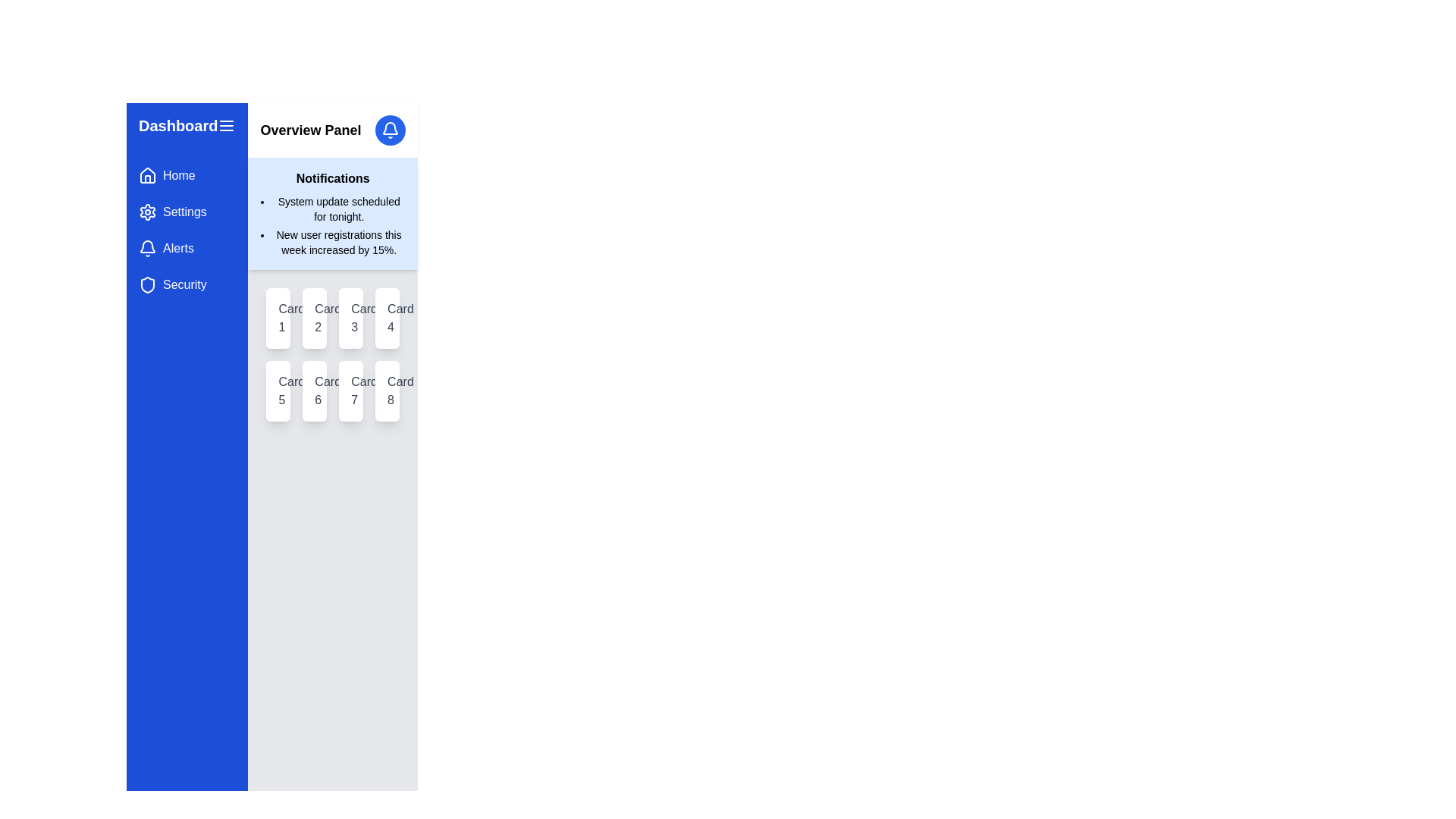 The height and width of the screenshot is (819, 1456). Describe the element at coordinates (350, 318) in the screenshot. I see `'Card 3' located in the 'Overview Panel' section` at that location.